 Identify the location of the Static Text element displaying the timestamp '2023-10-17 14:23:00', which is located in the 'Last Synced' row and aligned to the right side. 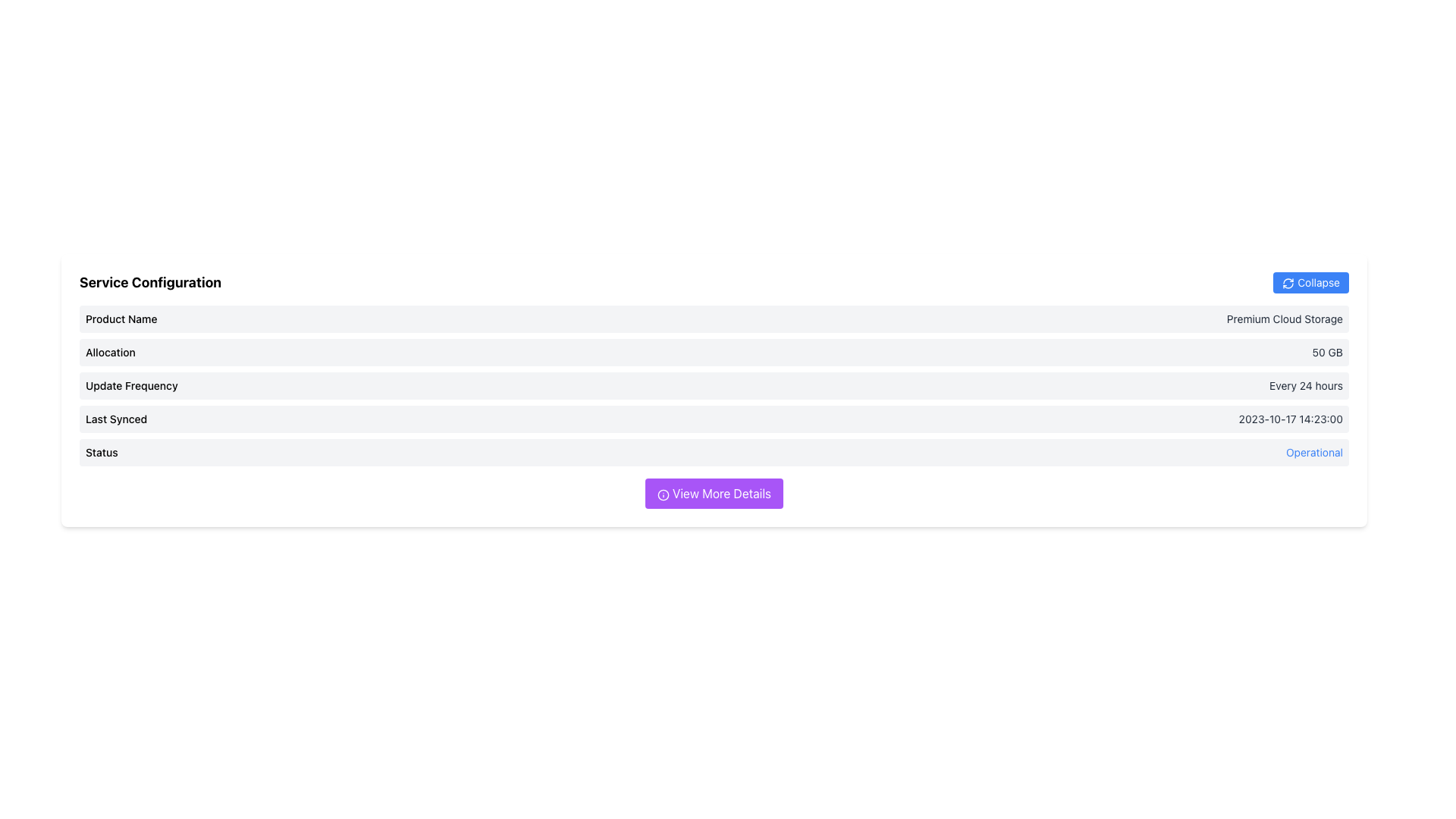
(1290, 419).